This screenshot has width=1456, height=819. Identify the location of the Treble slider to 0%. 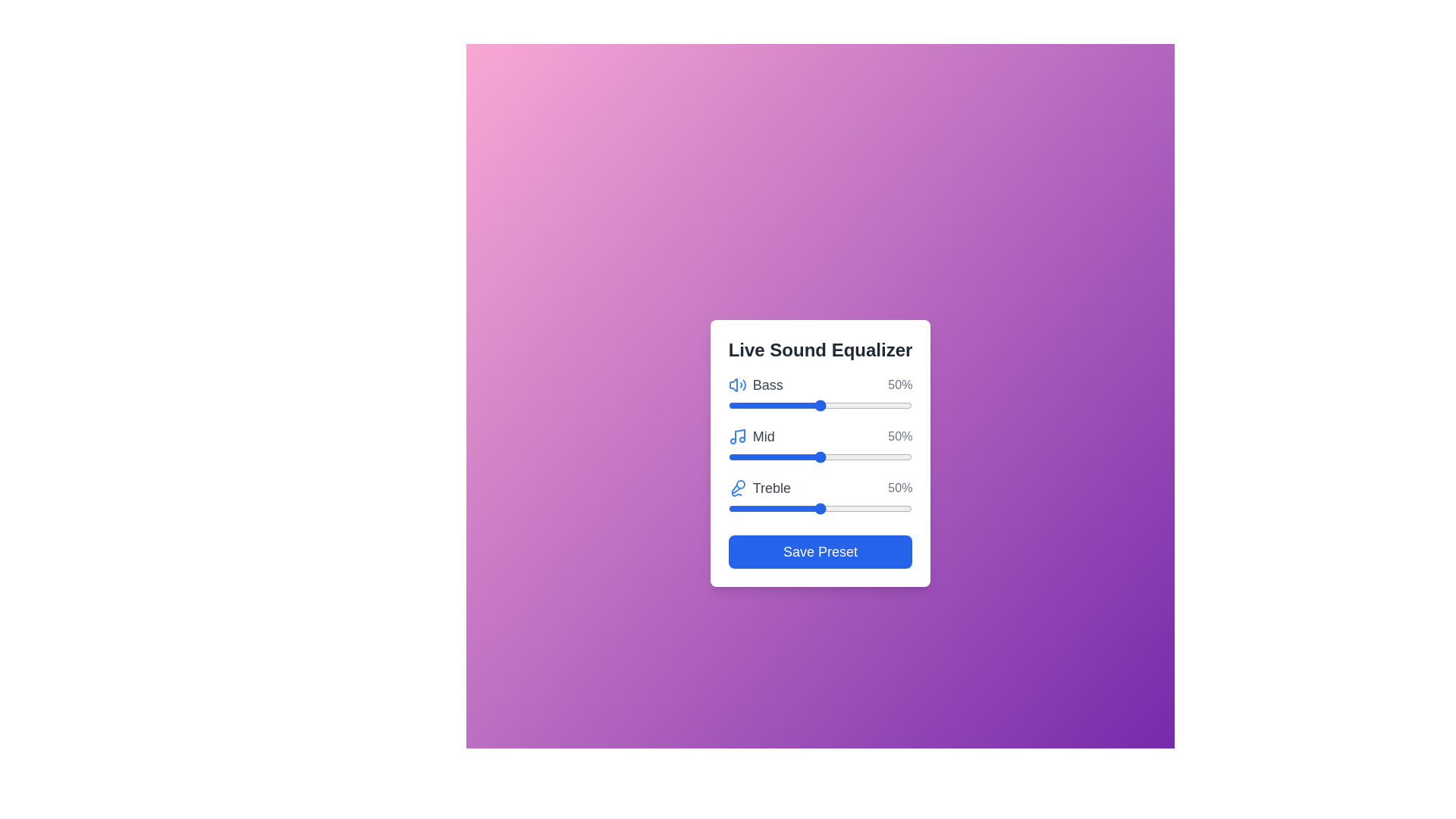
(728, 509).